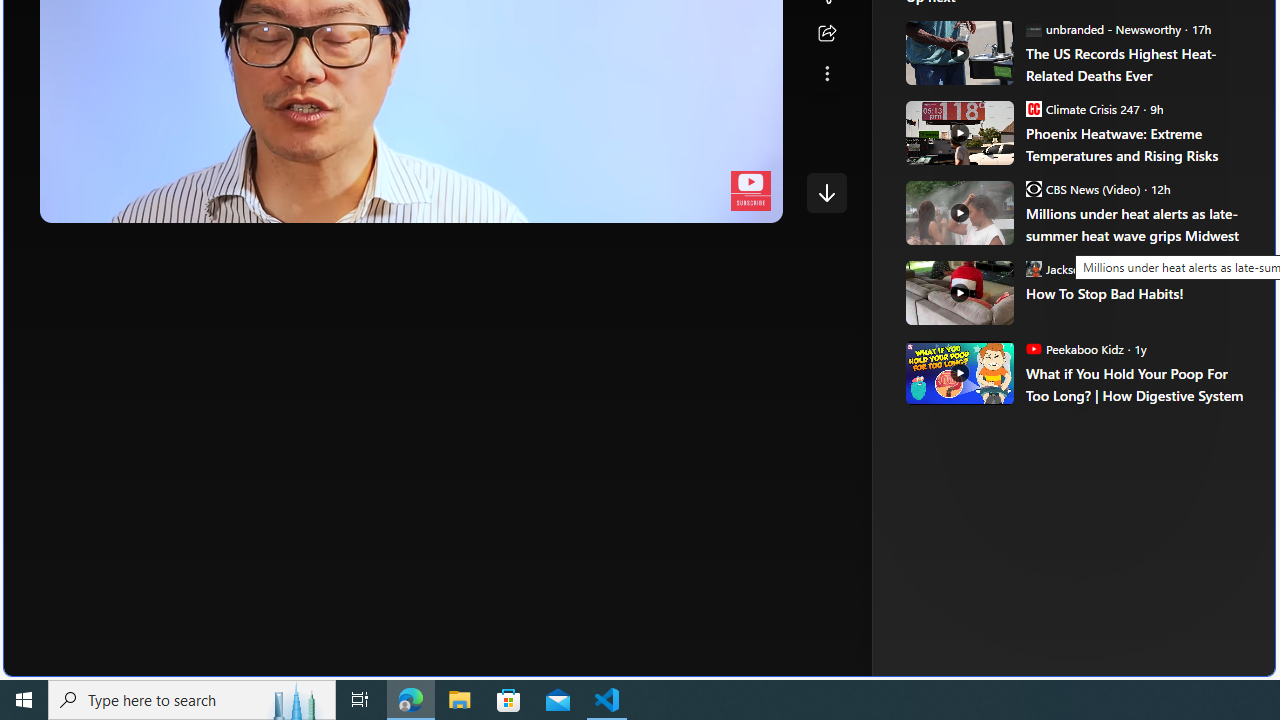 Image resolution: width=1280 pixels, height=720 pixels. What do you see at coordinates (1102, 28) in the screenshot?
I see `'unbranded - Newsworthy unbranded - Newsworthy'` at bounding box center [1102, 28].